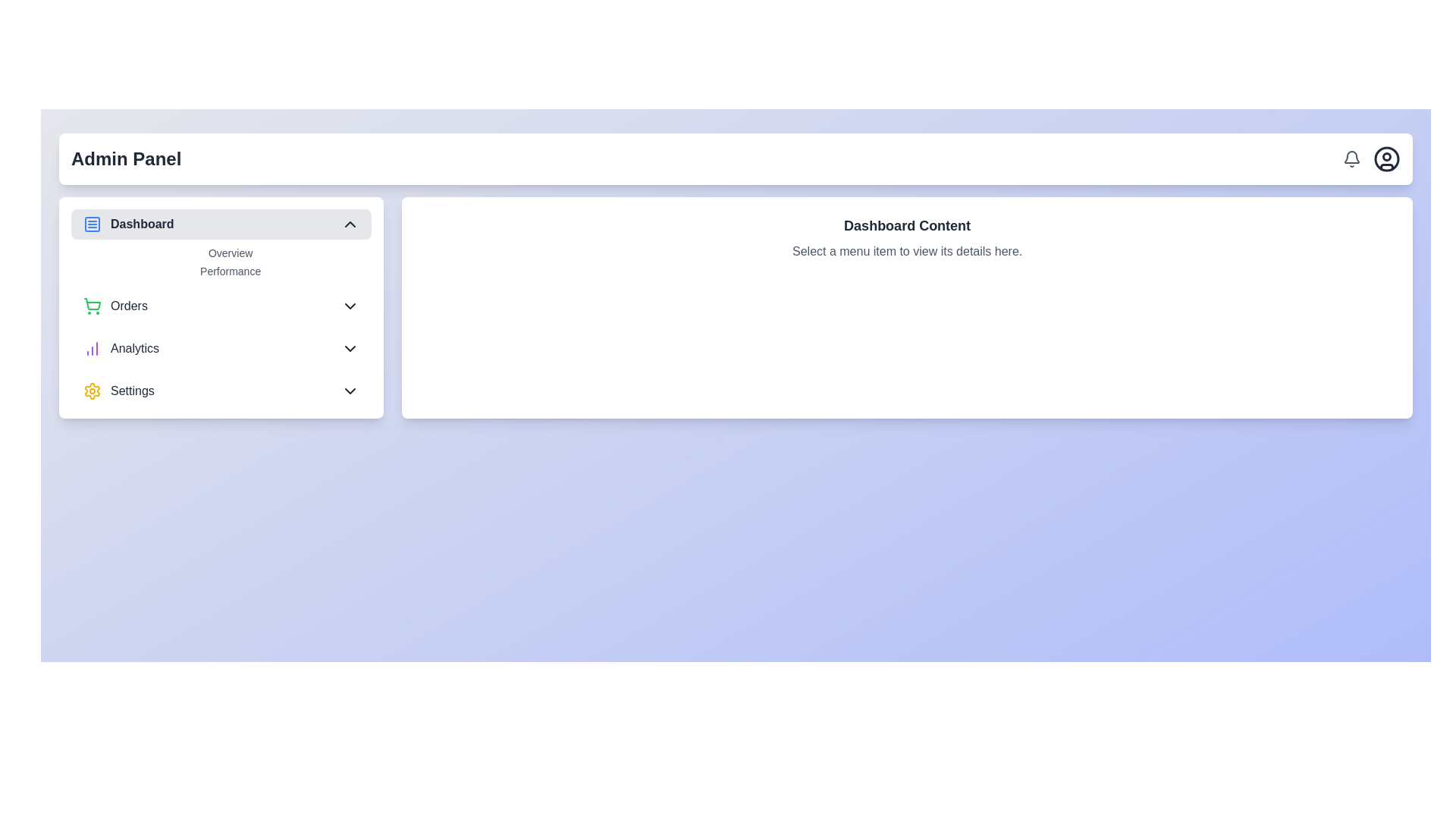  What do you see at coordinates (118, 391) in the screenshot?
I see `the yellow circular gear icon next to the 'Settings' label in the navigation menu` at bounding box center [118, 391].